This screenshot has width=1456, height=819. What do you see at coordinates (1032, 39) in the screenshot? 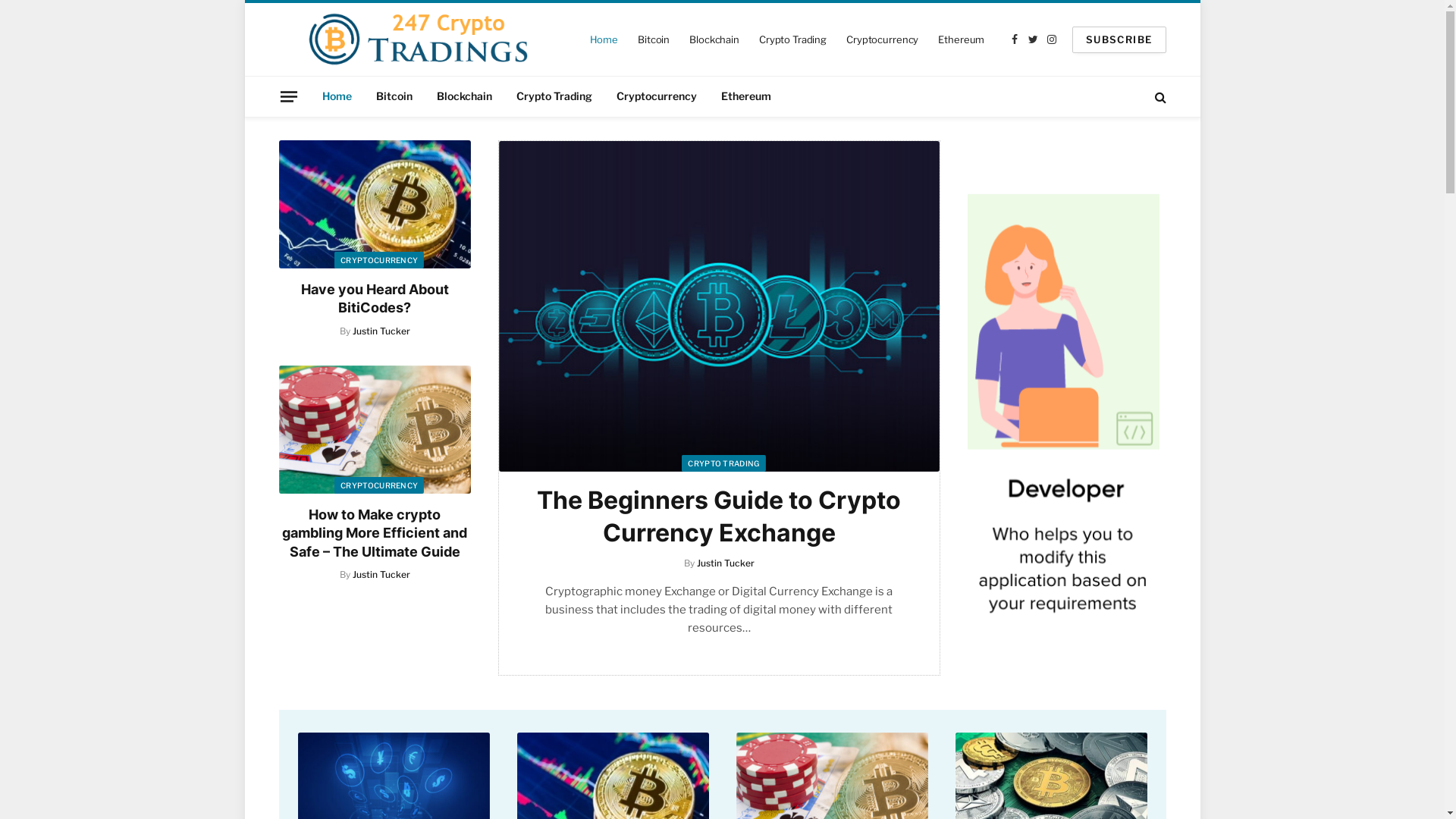
I see `'Twitter'` at bounding box center [1032, 39].